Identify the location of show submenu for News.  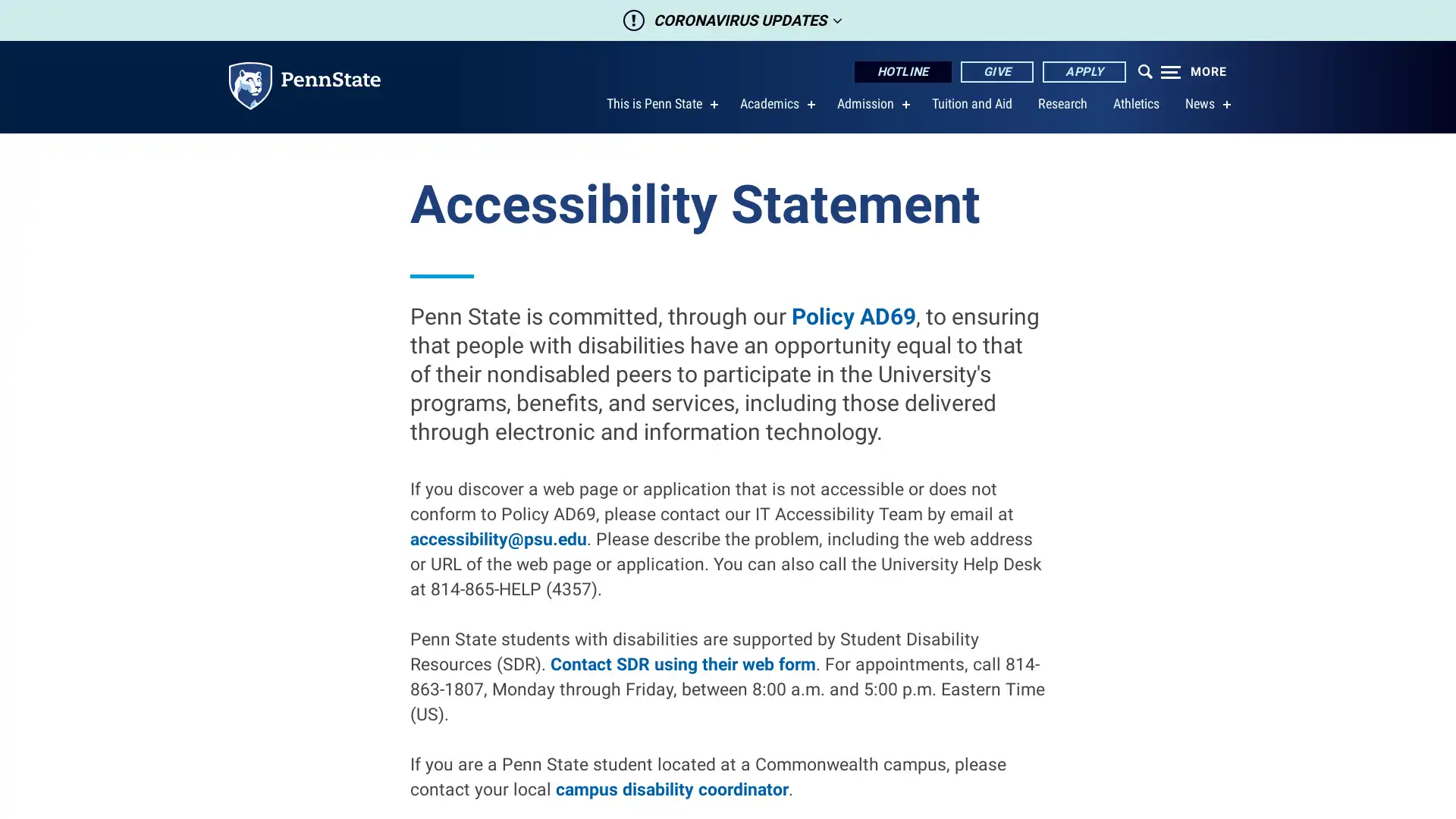
(1220, 104).